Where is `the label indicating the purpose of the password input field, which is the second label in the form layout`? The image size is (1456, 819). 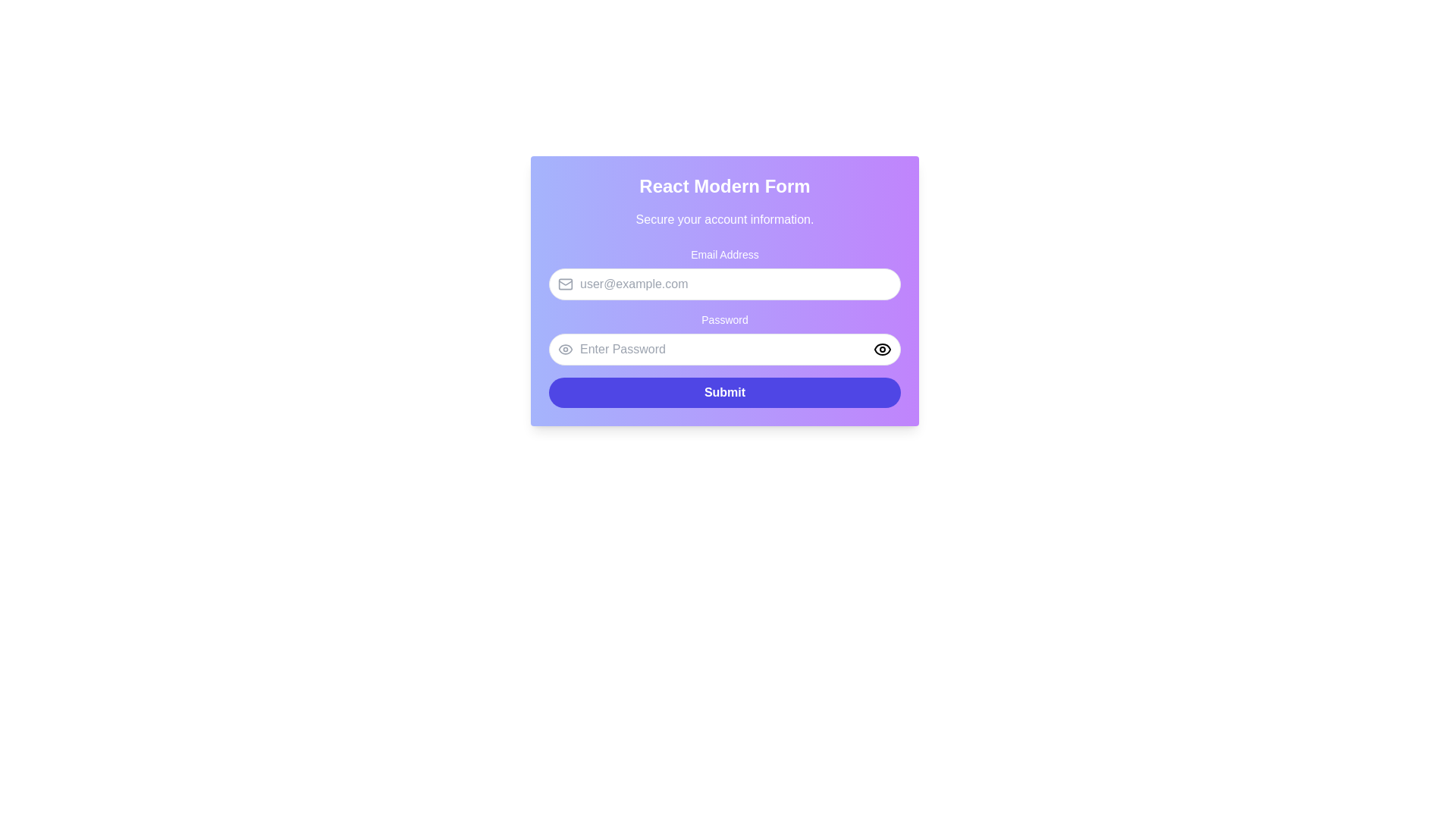 the label indicating the purpose of the password input field, which is the second label in the form layout is located at coordinates (723, 338).